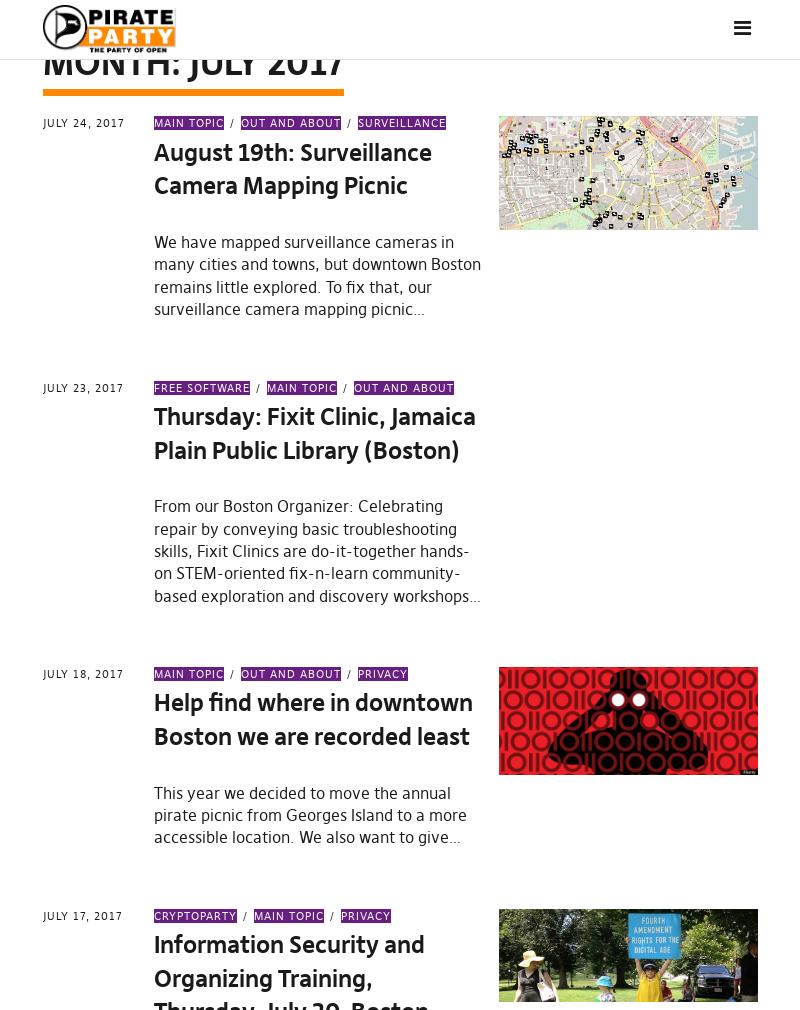 The image size is (800, 1010). What do you see at coordinates (194, 914) in the screenshot?
I see `'Cryptoparty'` at bounding box center [194, 914].